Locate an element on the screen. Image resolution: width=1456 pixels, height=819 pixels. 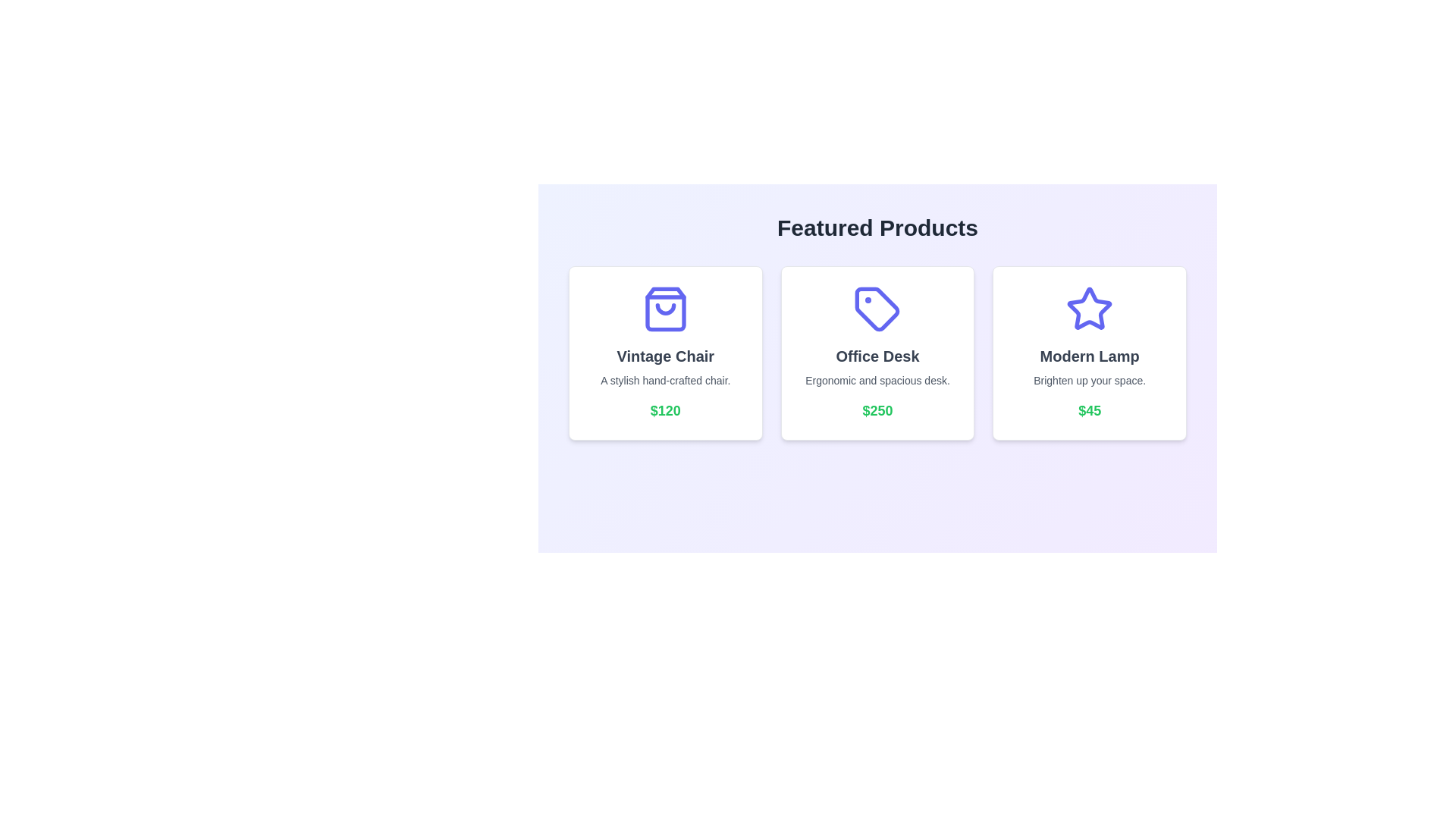
the icon representing a price tag located at the center-top of the second card for the 'Office Desk.' is located at coordinates (877, 309).